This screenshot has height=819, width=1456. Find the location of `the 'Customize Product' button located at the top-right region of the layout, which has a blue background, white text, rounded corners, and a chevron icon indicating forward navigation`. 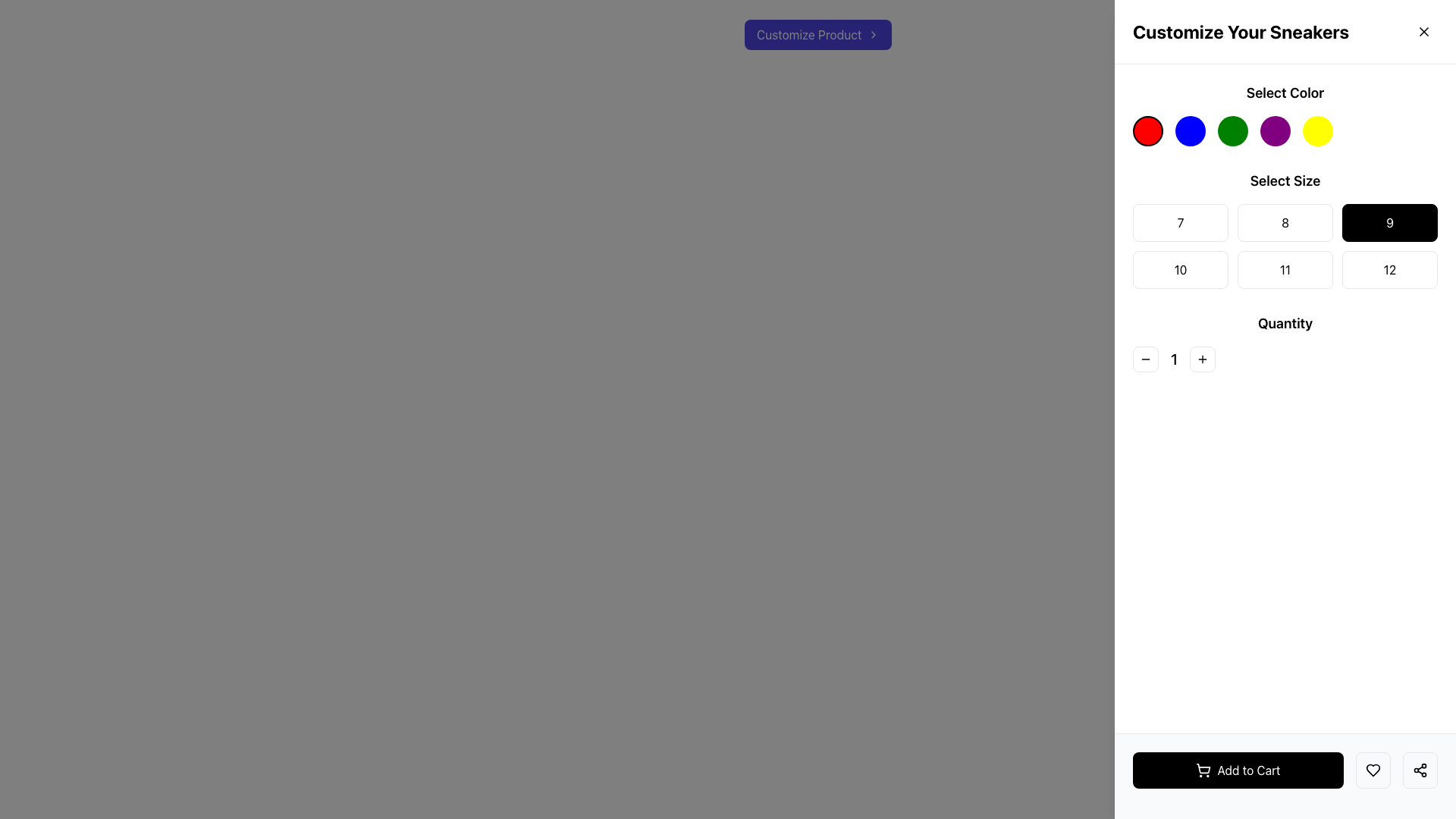

the 'Customize Product' button located at the top-right region of the layout, which has a blue background, white text, rounded corners, and a chevron icon indicating forward navigation is located at coordinates (817, 34).